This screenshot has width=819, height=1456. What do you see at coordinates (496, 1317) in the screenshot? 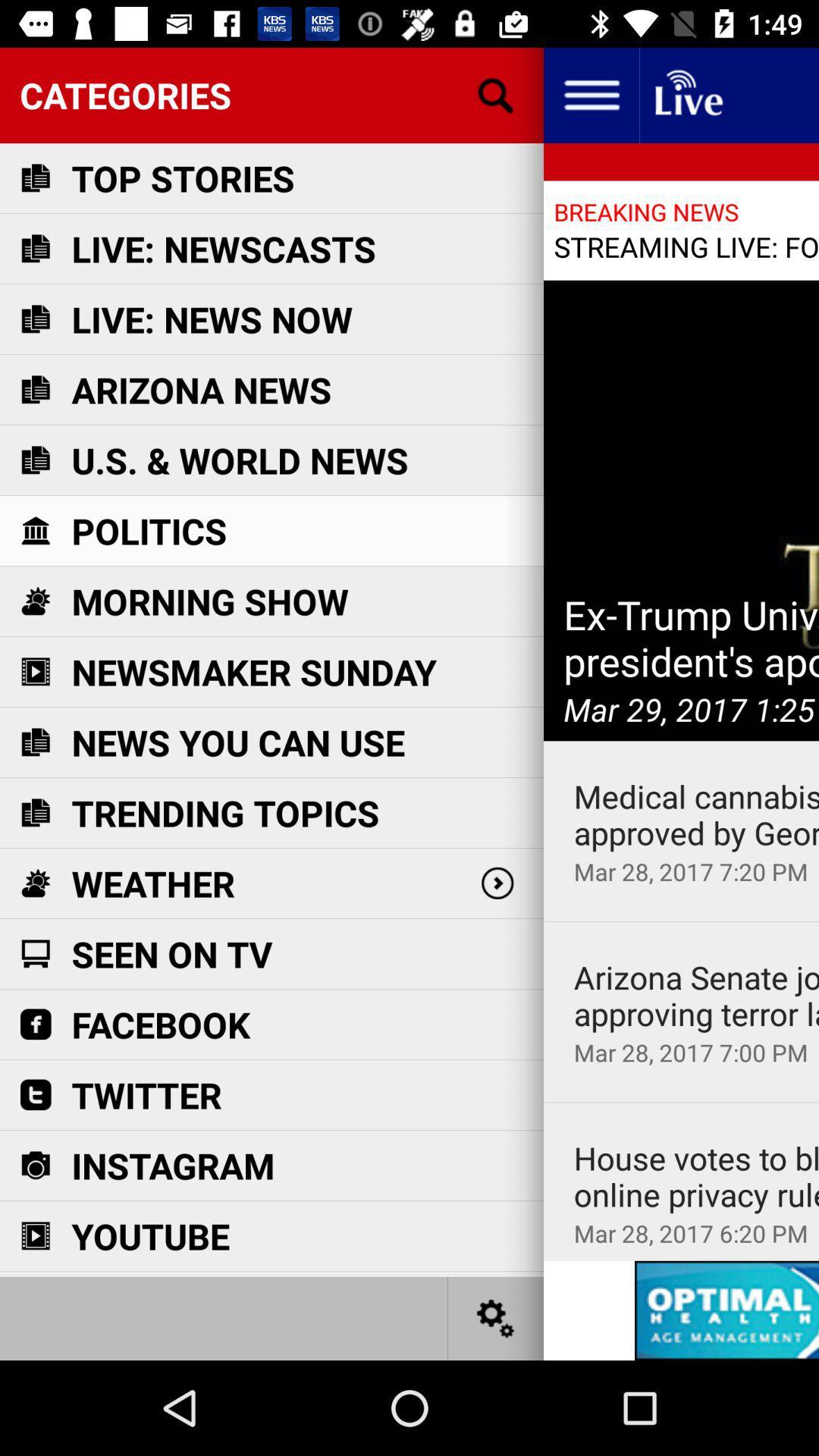
I see `the settings icon` at bounding box center [496, 1317].